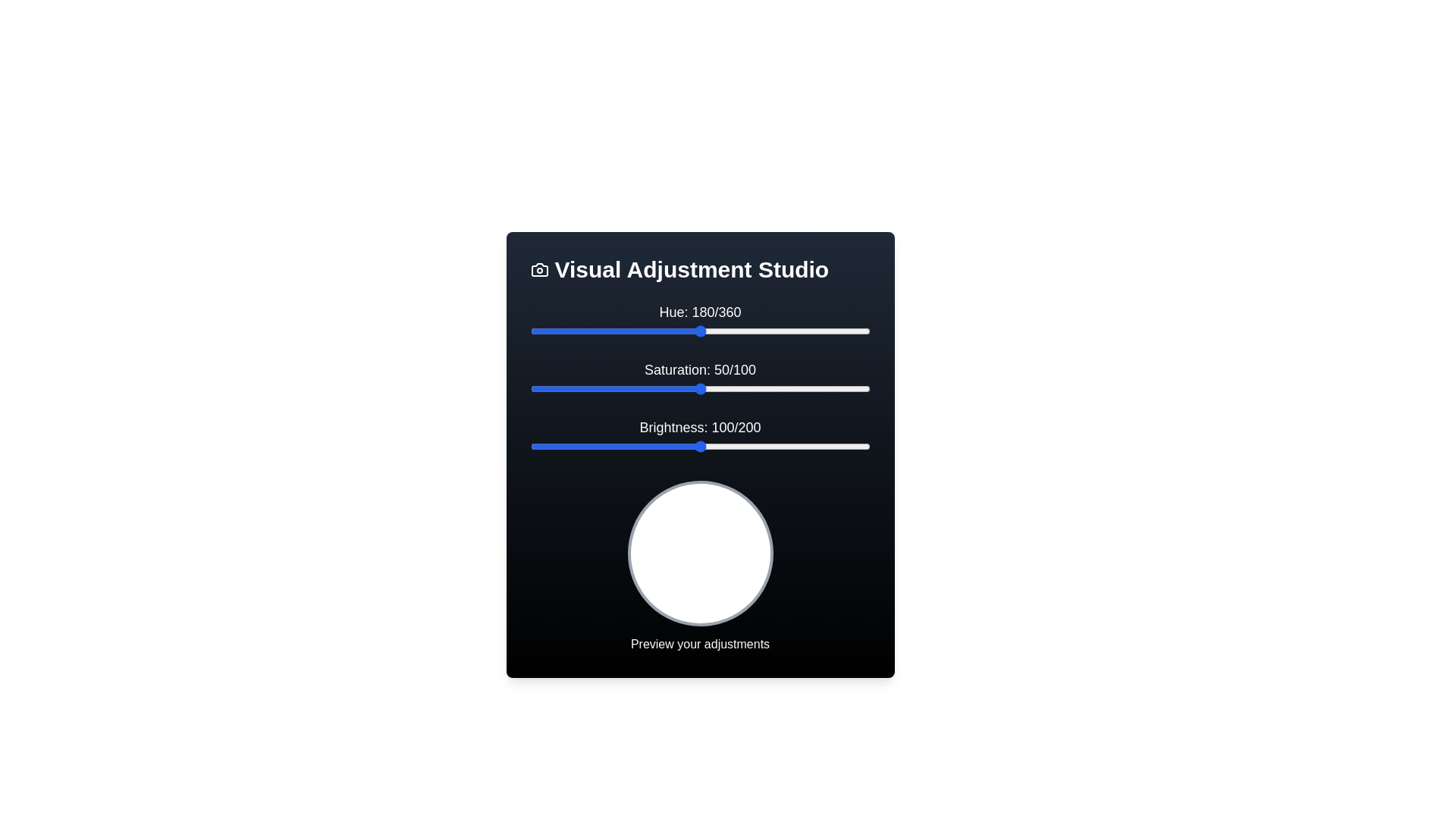 Image resolution: width=1456 pixels, height=819 pixels. I want to click on the 'Brightness' slider to 6 value, so click(540, 446).